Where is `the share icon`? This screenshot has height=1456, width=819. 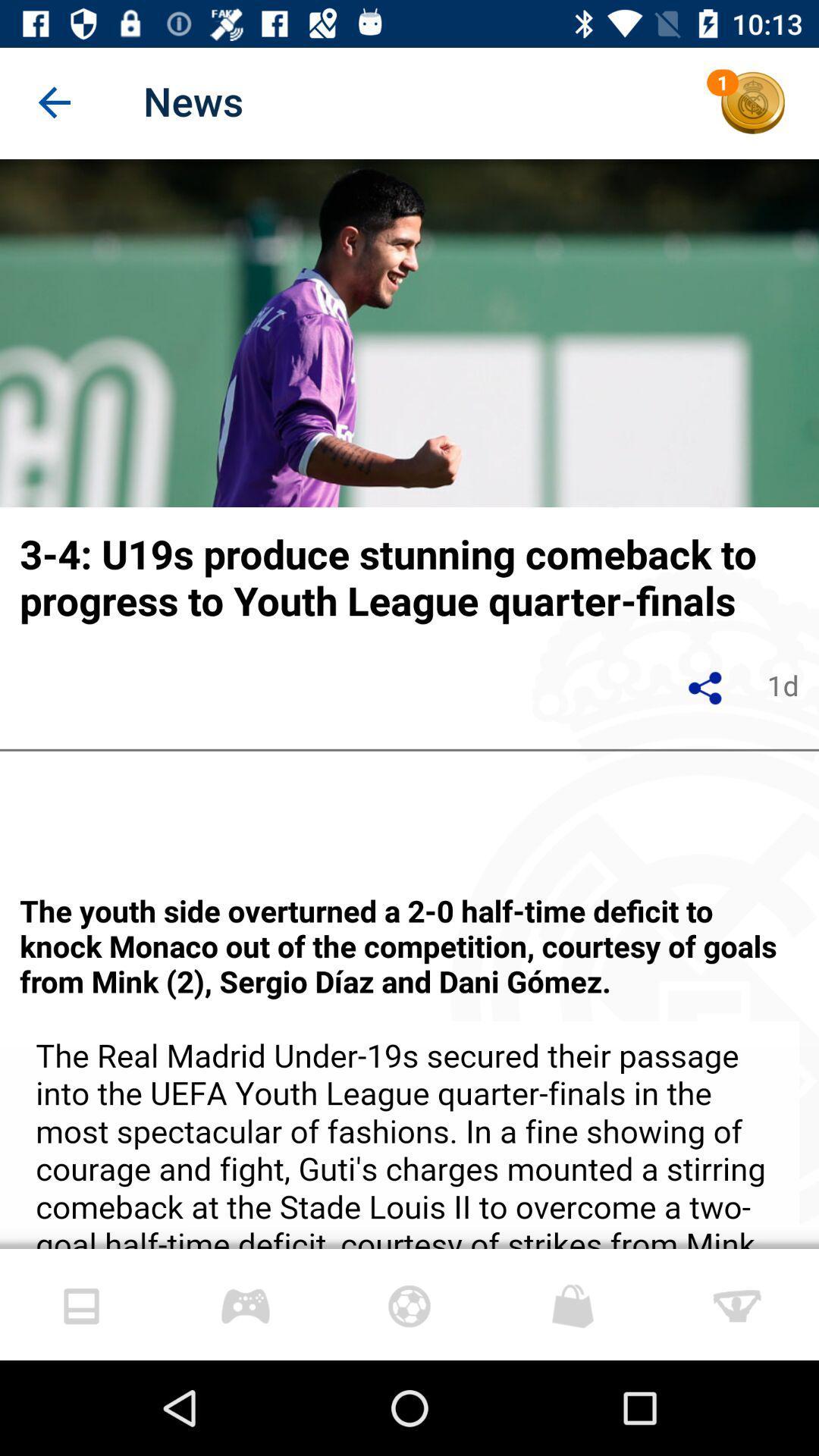
the share icon is located at coordinates (706, 687).